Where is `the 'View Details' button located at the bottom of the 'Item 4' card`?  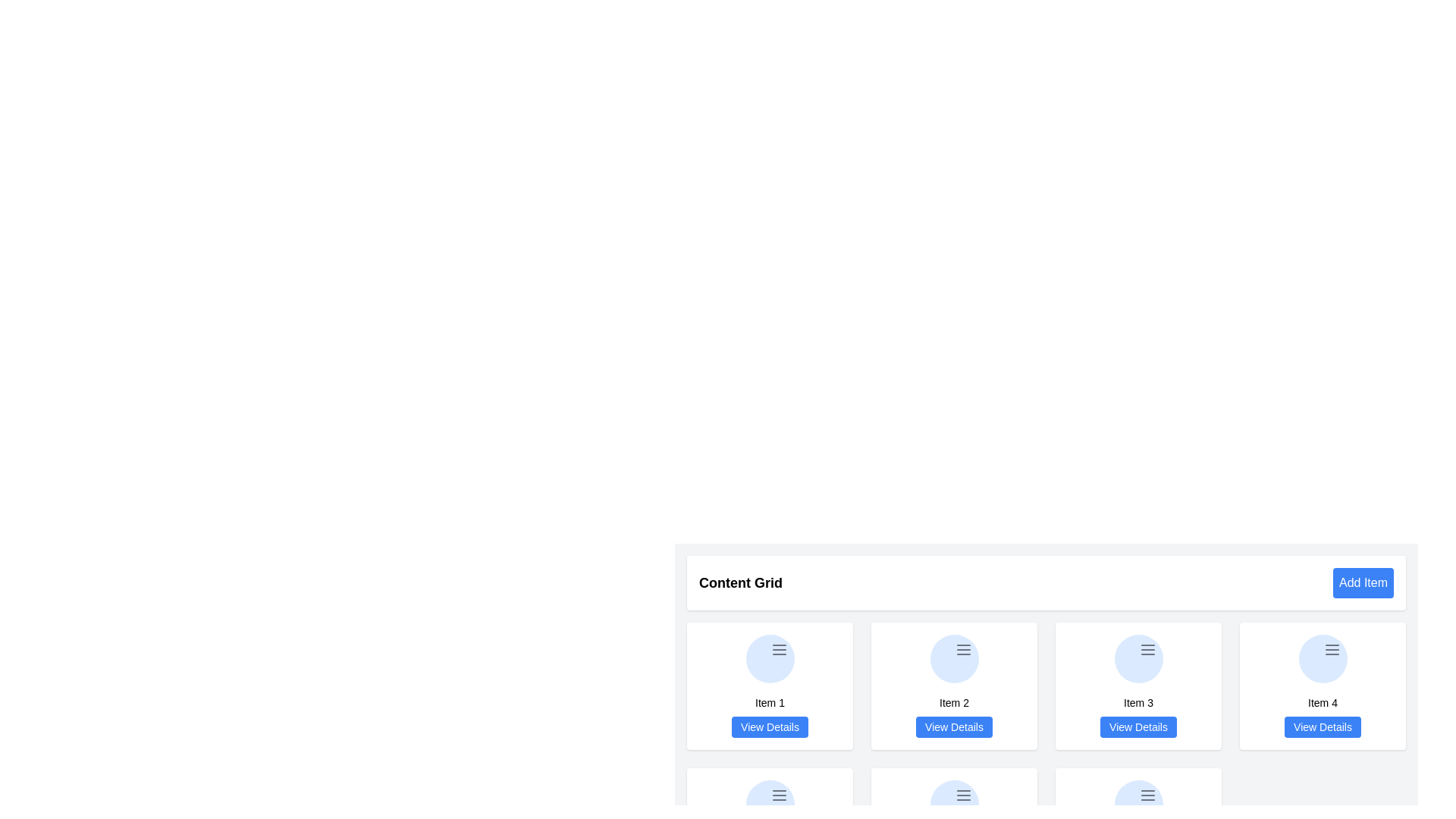 the 'View Details' button located at the bottom of the 'Item 4' card is located at coordinates (1322, 726).